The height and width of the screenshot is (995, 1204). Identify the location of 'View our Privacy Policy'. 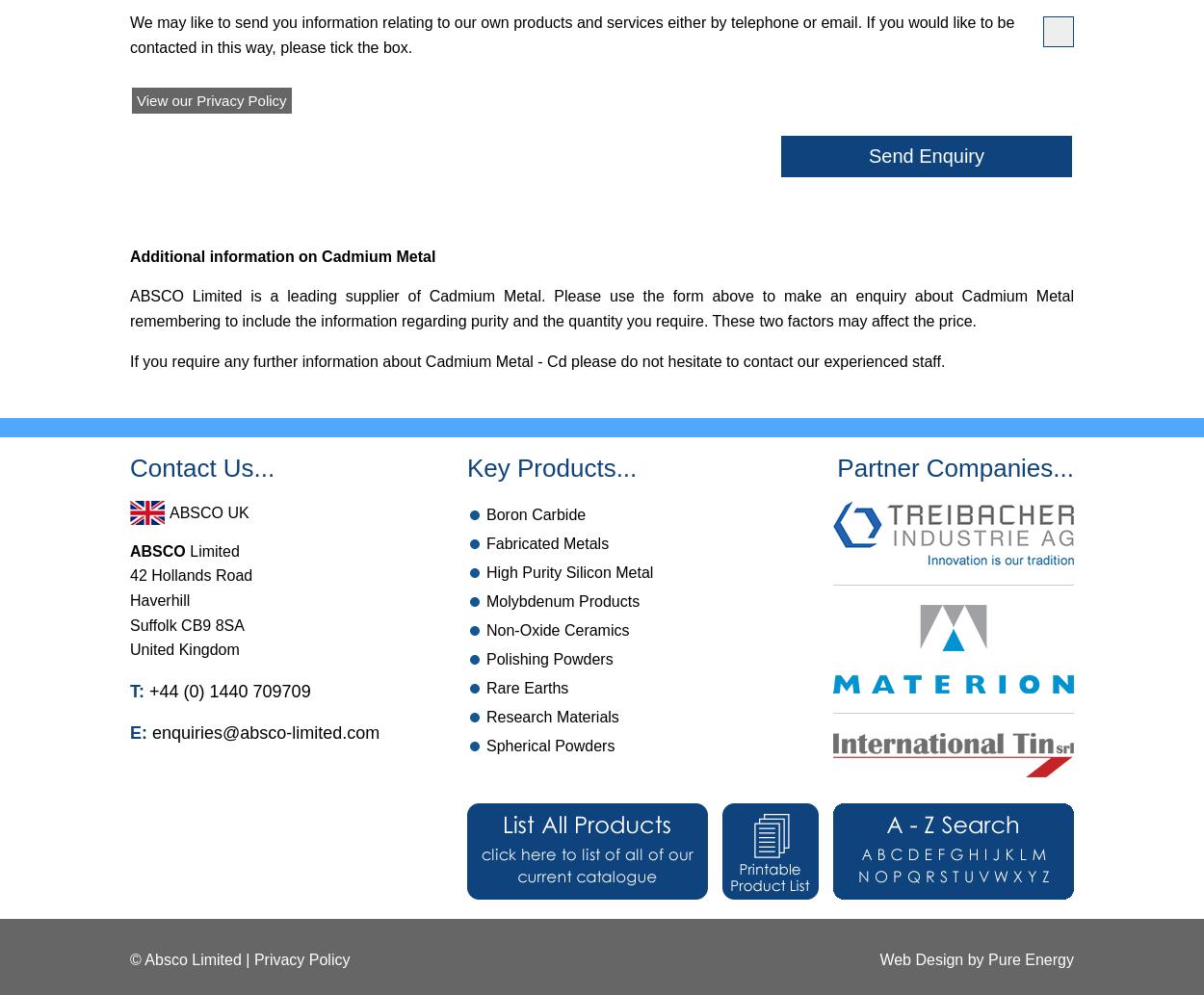
(210, 99).